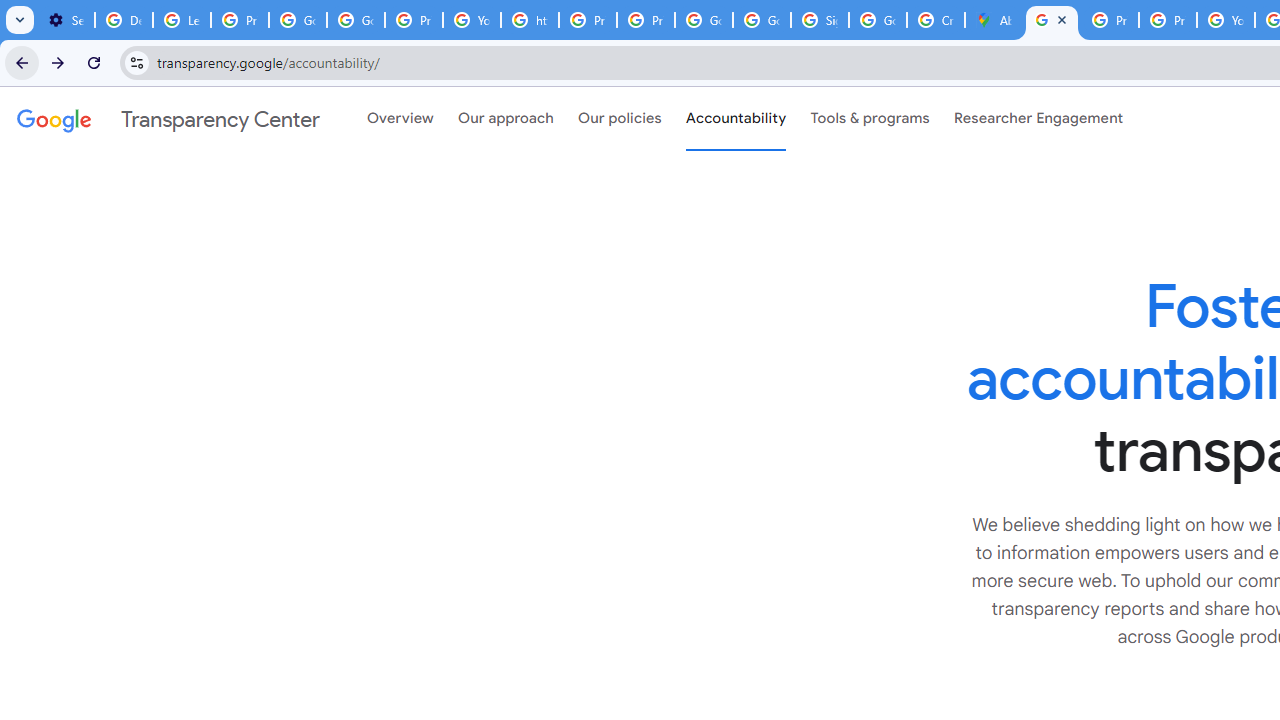  What do you see at coordinates (935, 20) in the screenshot?
I see `'Create your Google Account'` at bounding box center [935, 20].